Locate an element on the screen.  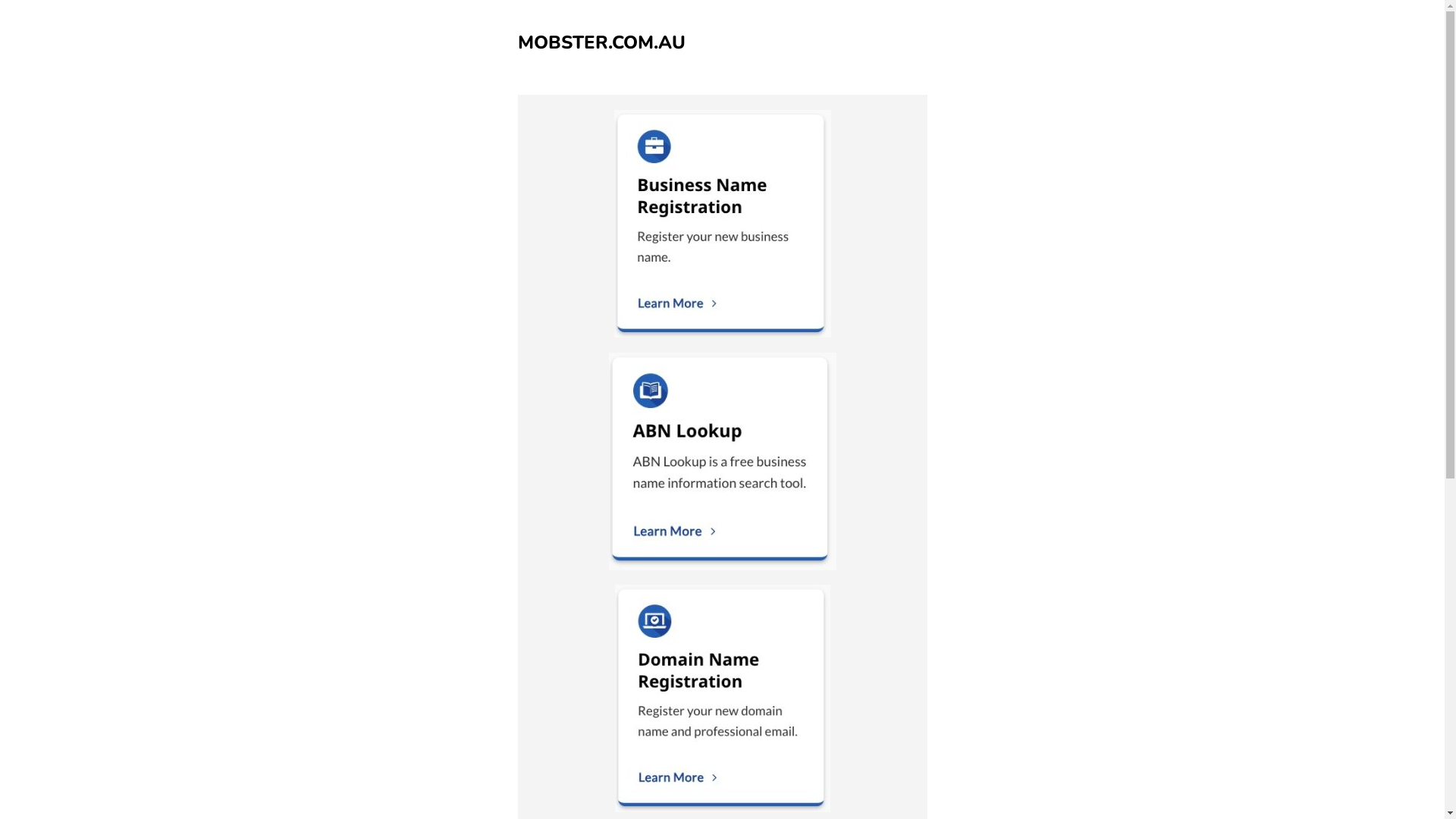
'MOBSTER.COM.AU' is located at coordinates (600, 42).